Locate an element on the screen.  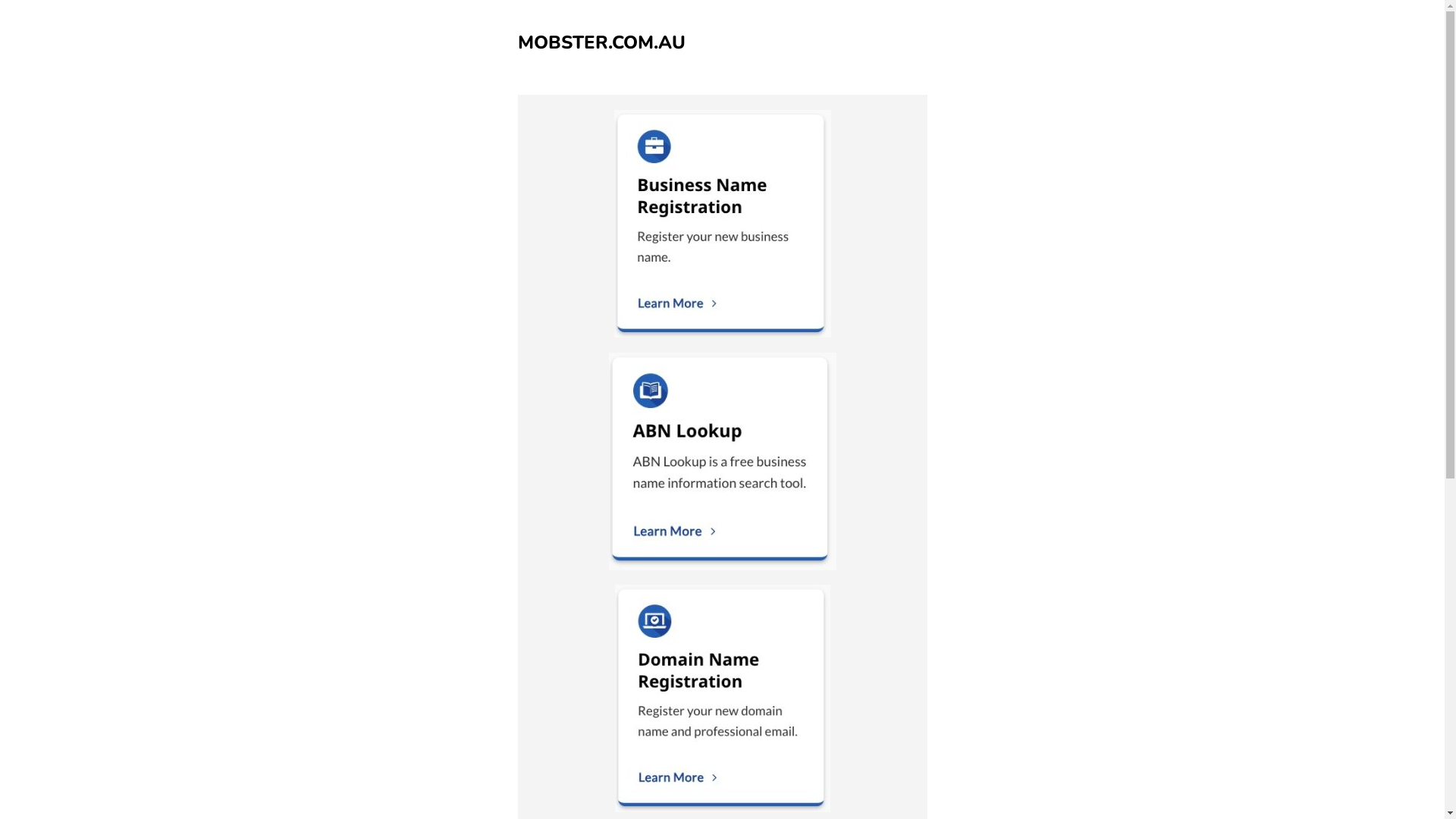
'MOBSTER.COM.AU' is located at coordinates (600, 42).